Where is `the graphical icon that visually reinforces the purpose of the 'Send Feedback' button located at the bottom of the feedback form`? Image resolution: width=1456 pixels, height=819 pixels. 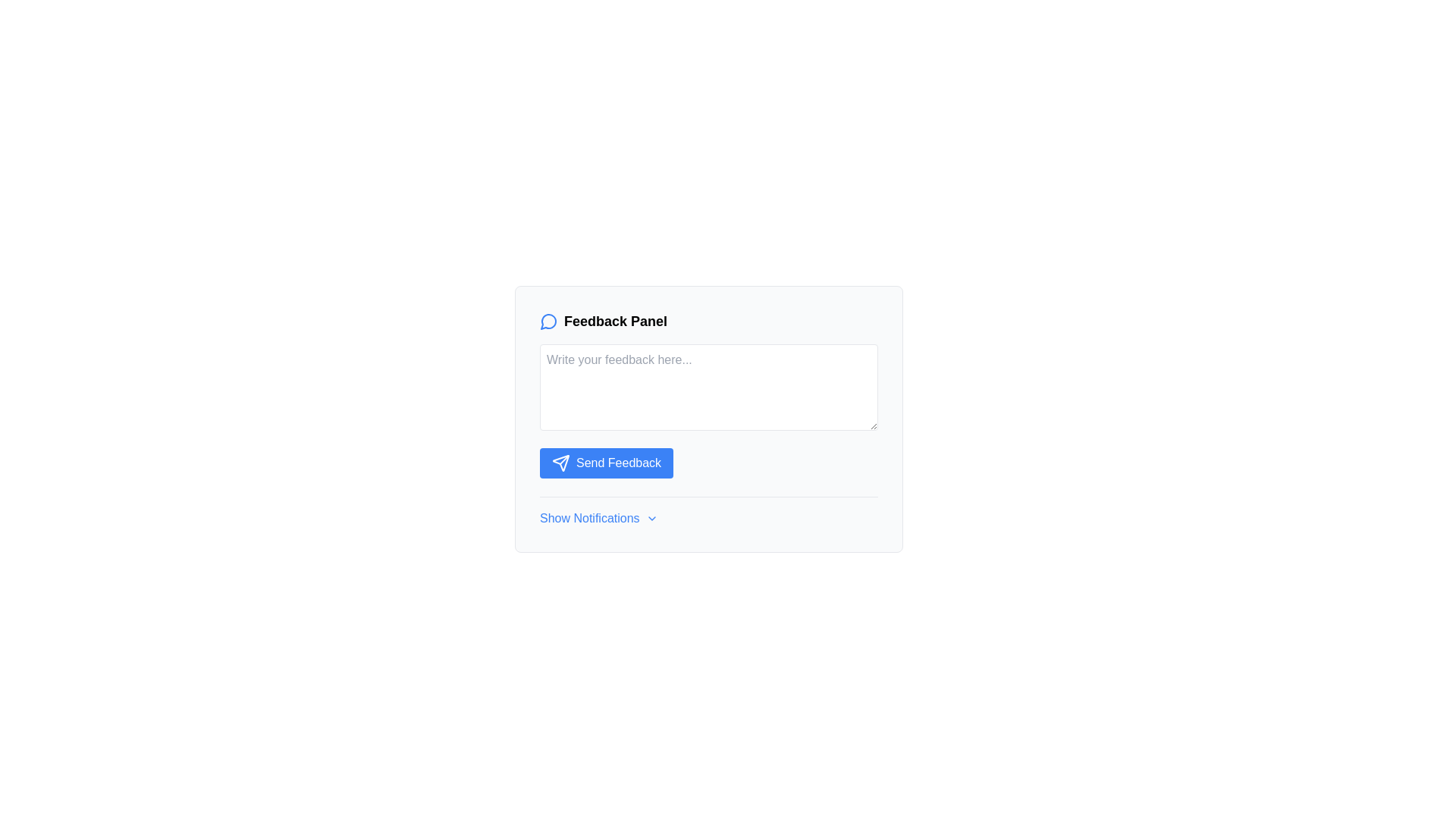 the graphical icon that visually reinforces the purpose of the 'Send Feedback' button located at the bottom of the feedback form is located at coordinates (560, 462).